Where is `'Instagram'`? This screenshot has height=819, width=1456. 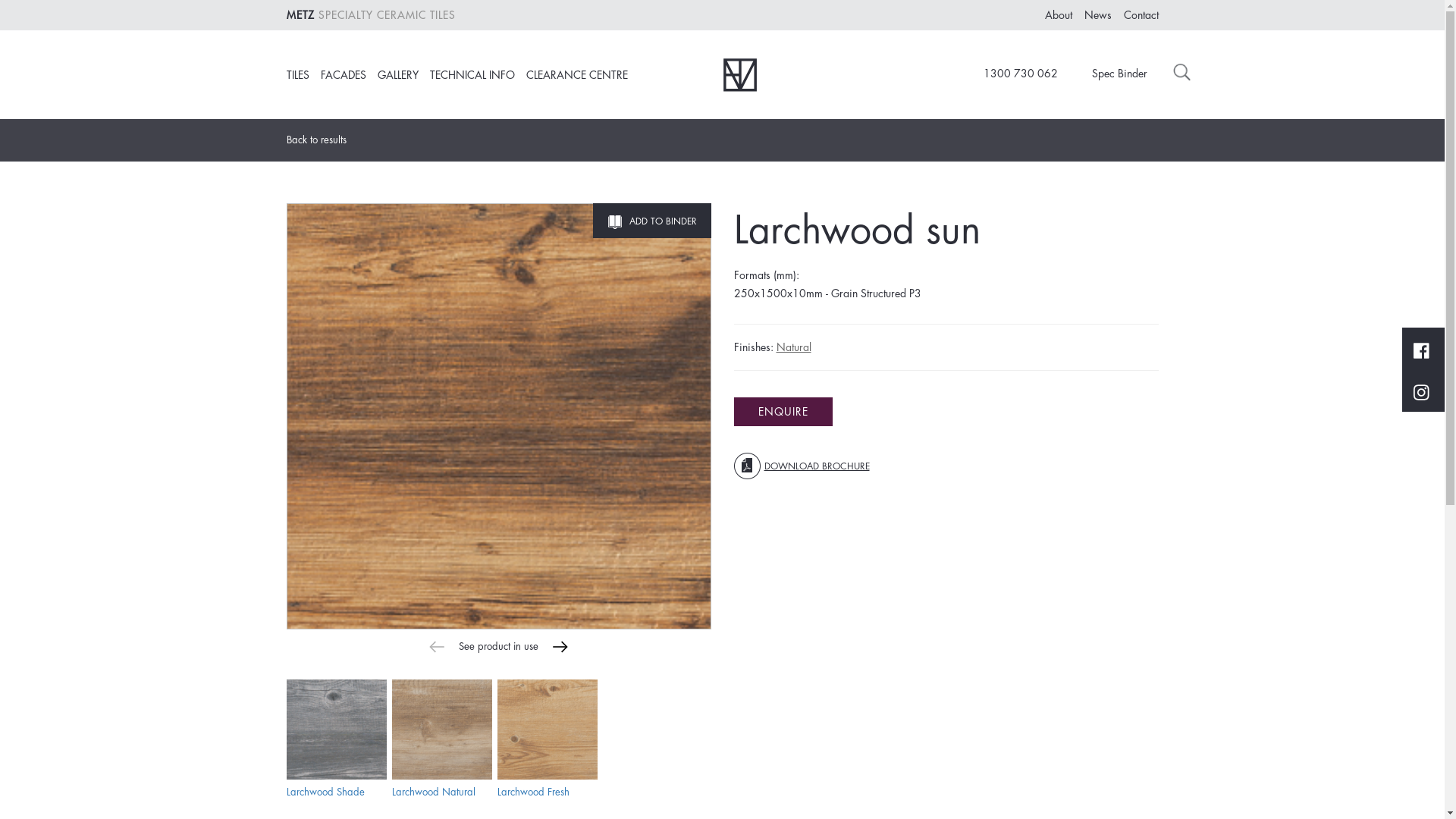
'Instagram' is located at coordinates (1420, 391).